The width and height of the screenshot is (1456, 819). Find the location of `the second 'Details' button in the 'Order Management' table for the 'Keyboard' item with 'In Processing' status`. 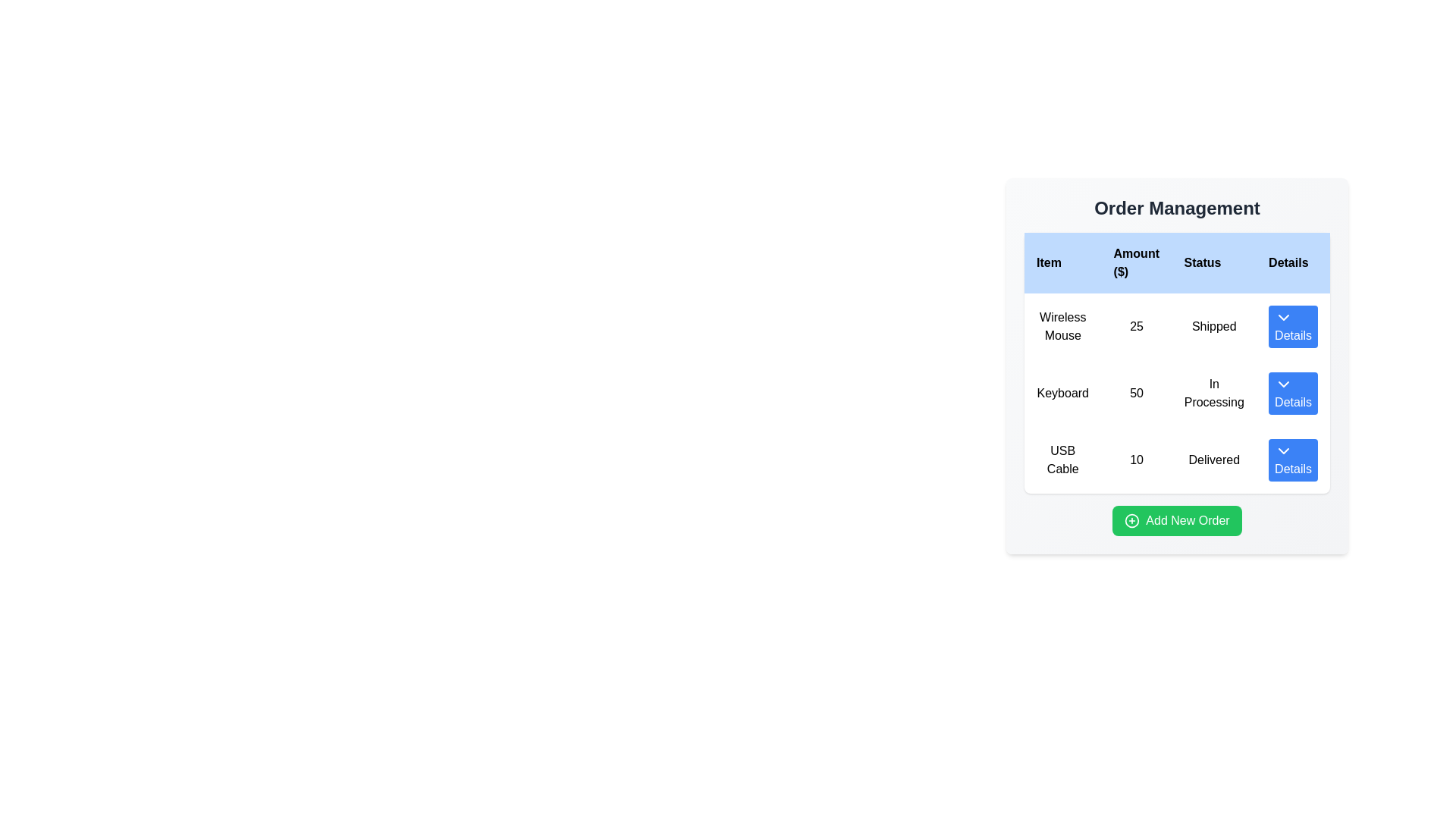

the second 'Details' button in the 'Order Management' table for the 'Keyboard' item with 'In Processing' status is located at coordinates (1292, 393).